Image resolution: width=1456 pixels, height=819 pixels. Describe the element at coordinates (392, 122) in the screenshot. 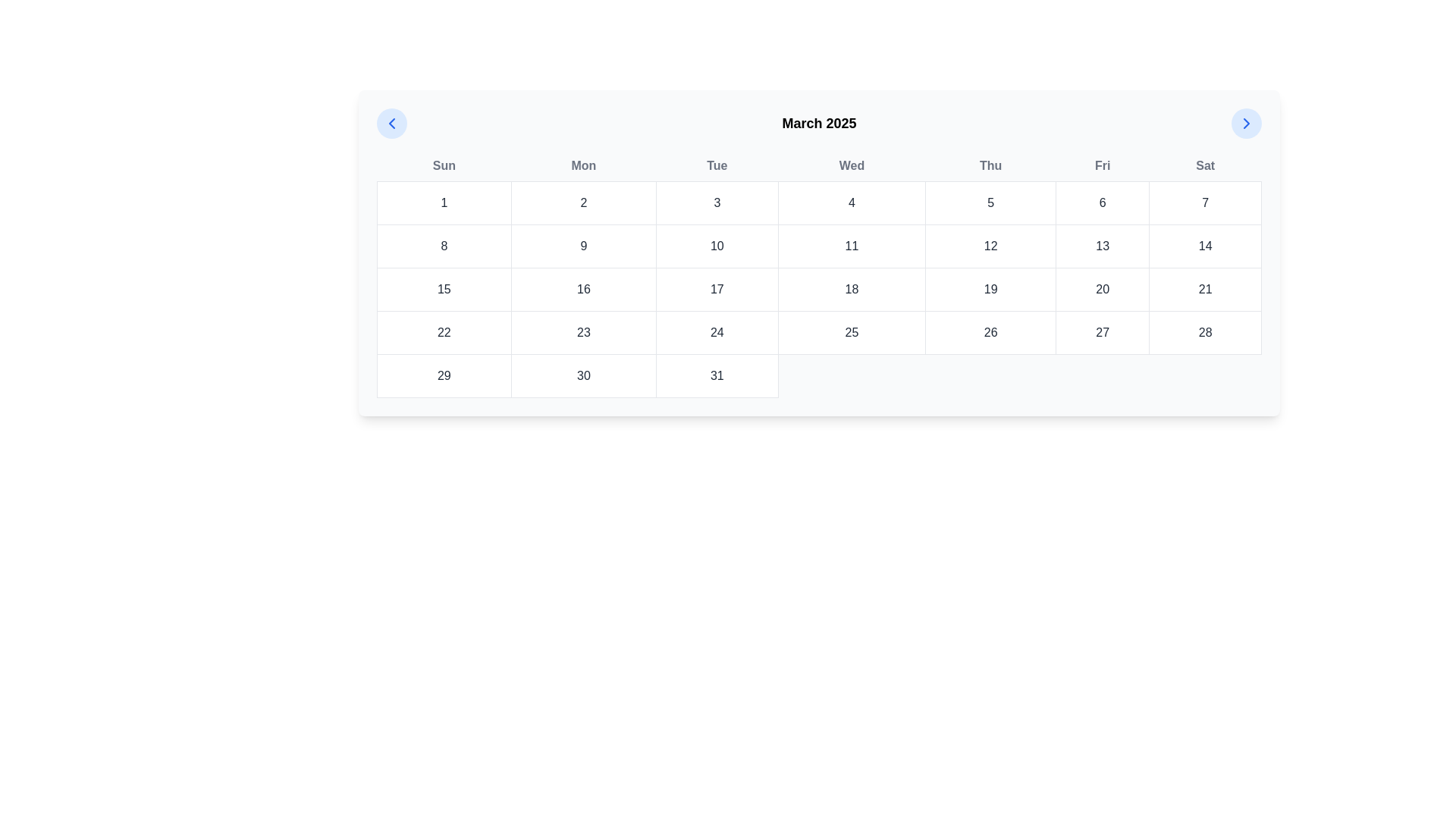

I see `the Button (Chevron Icon) located at the top-left corner of the calendar interface` at that location.